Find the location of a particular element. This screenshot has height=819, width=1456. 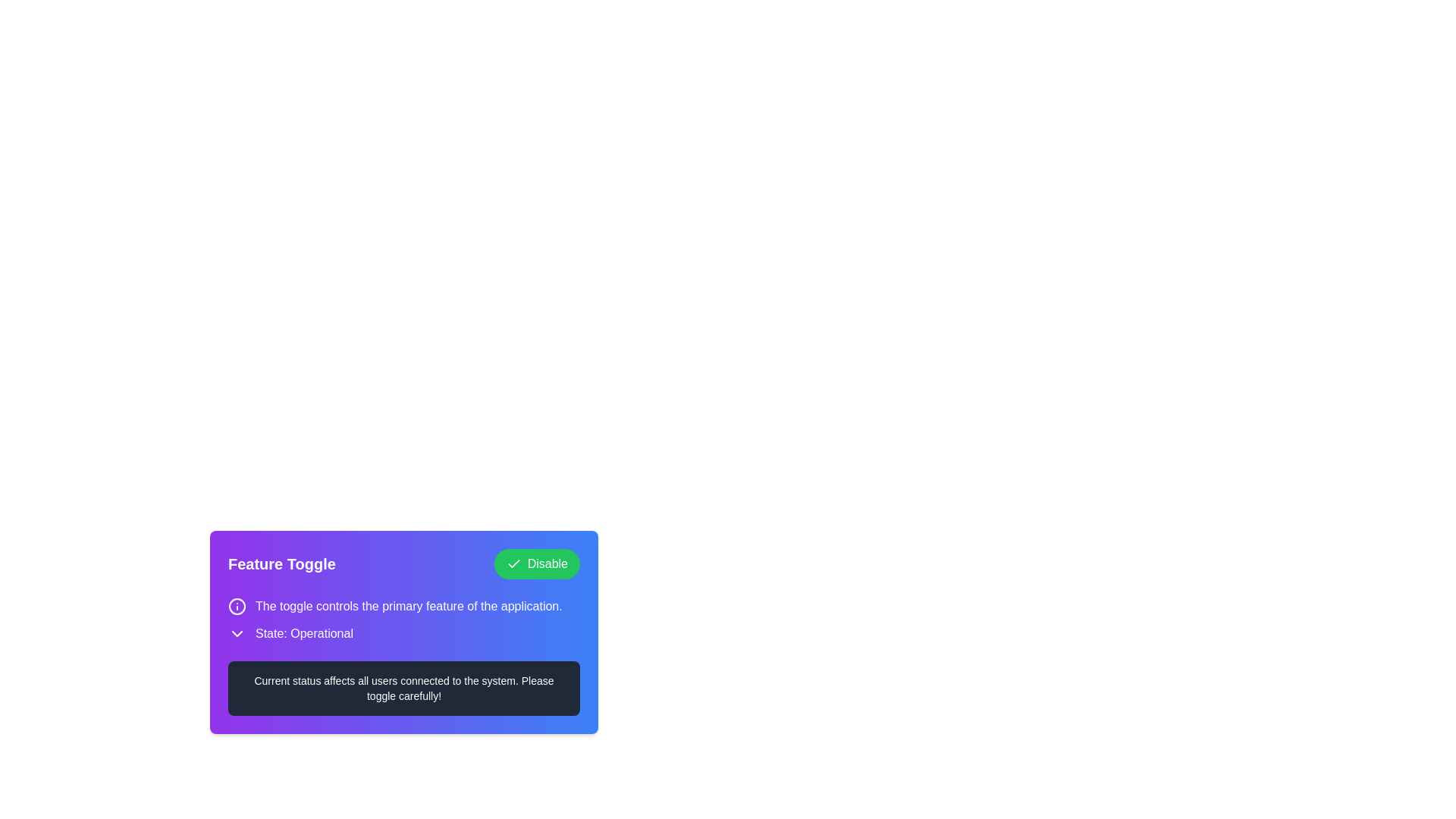

the informational label that describes the toggle feature in the application, located directly to the right of a small circular icon with a white 'i' symbol is located at coordinates (409, 605).